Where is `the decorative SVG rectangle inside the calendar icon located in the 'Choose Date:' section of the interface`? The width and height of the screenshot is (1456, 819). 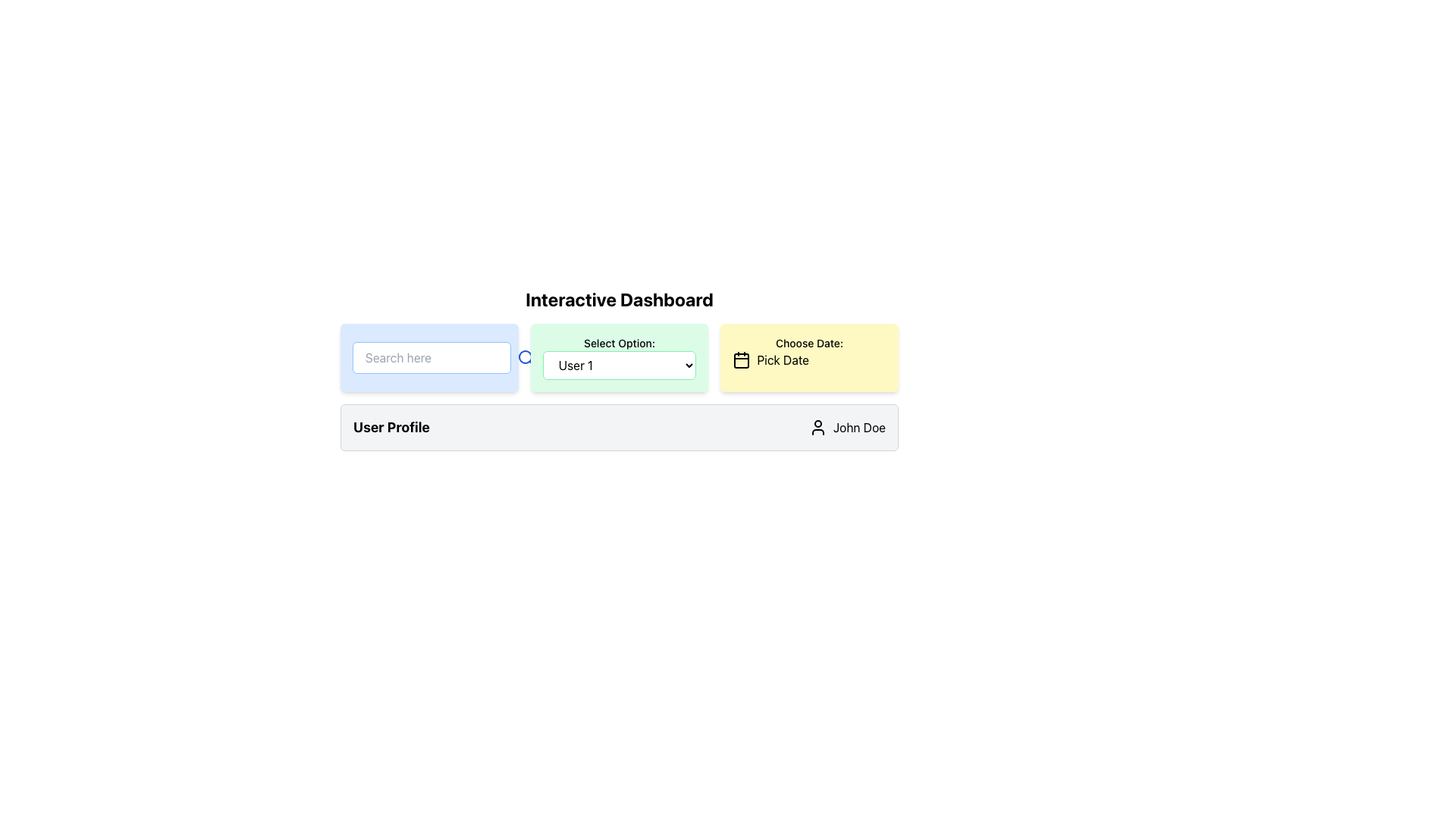
the decorative SVG rectangle inside the calendar icon located in the 'Choose Date:' section of the interface is located at coordinates (742, 360).